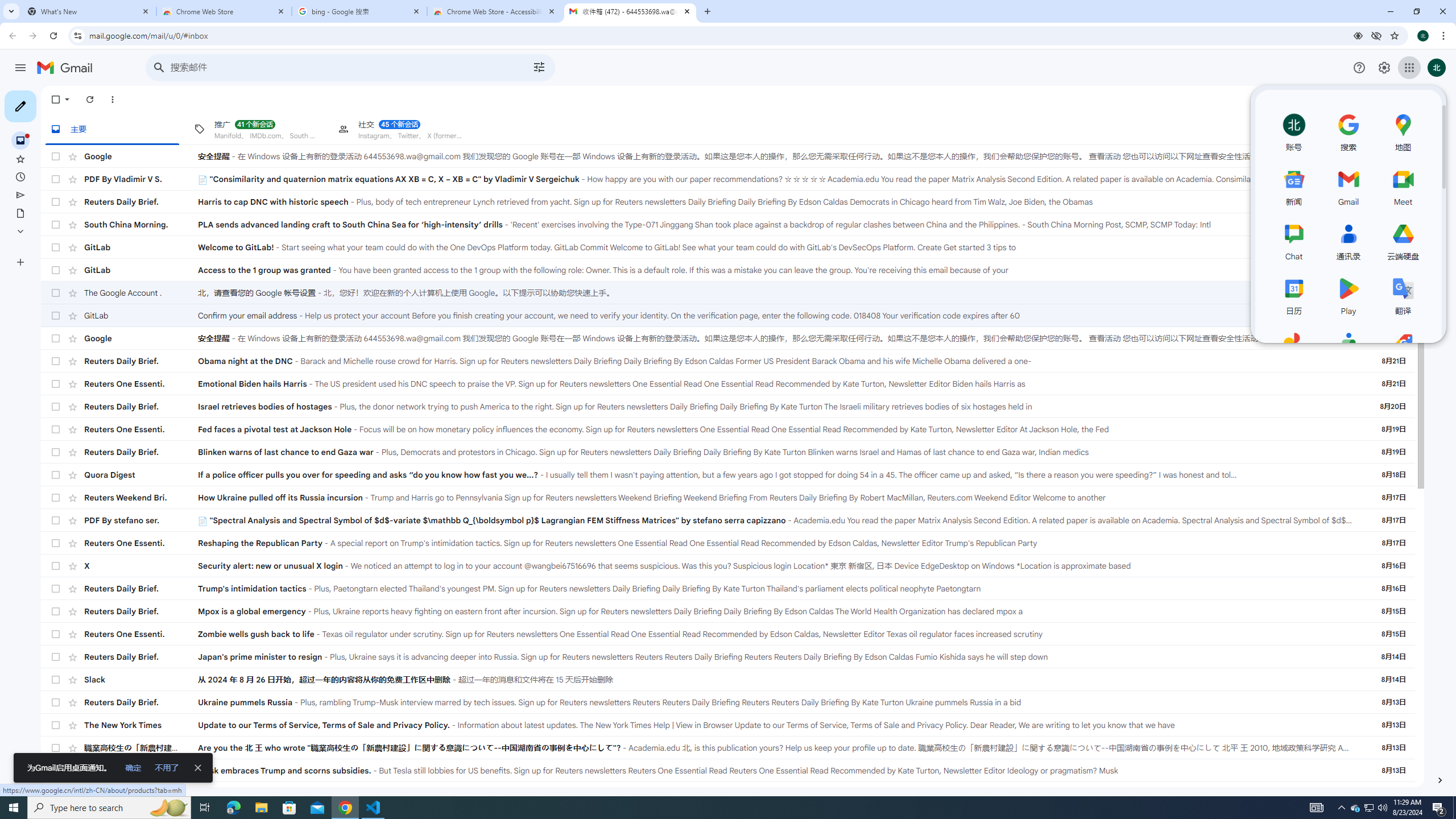 This screenshot has width=1456, height=819. Describe the element at coordinates (141, 520) in the screenshot. I see `'PDF By stefano ser.'` at that location.